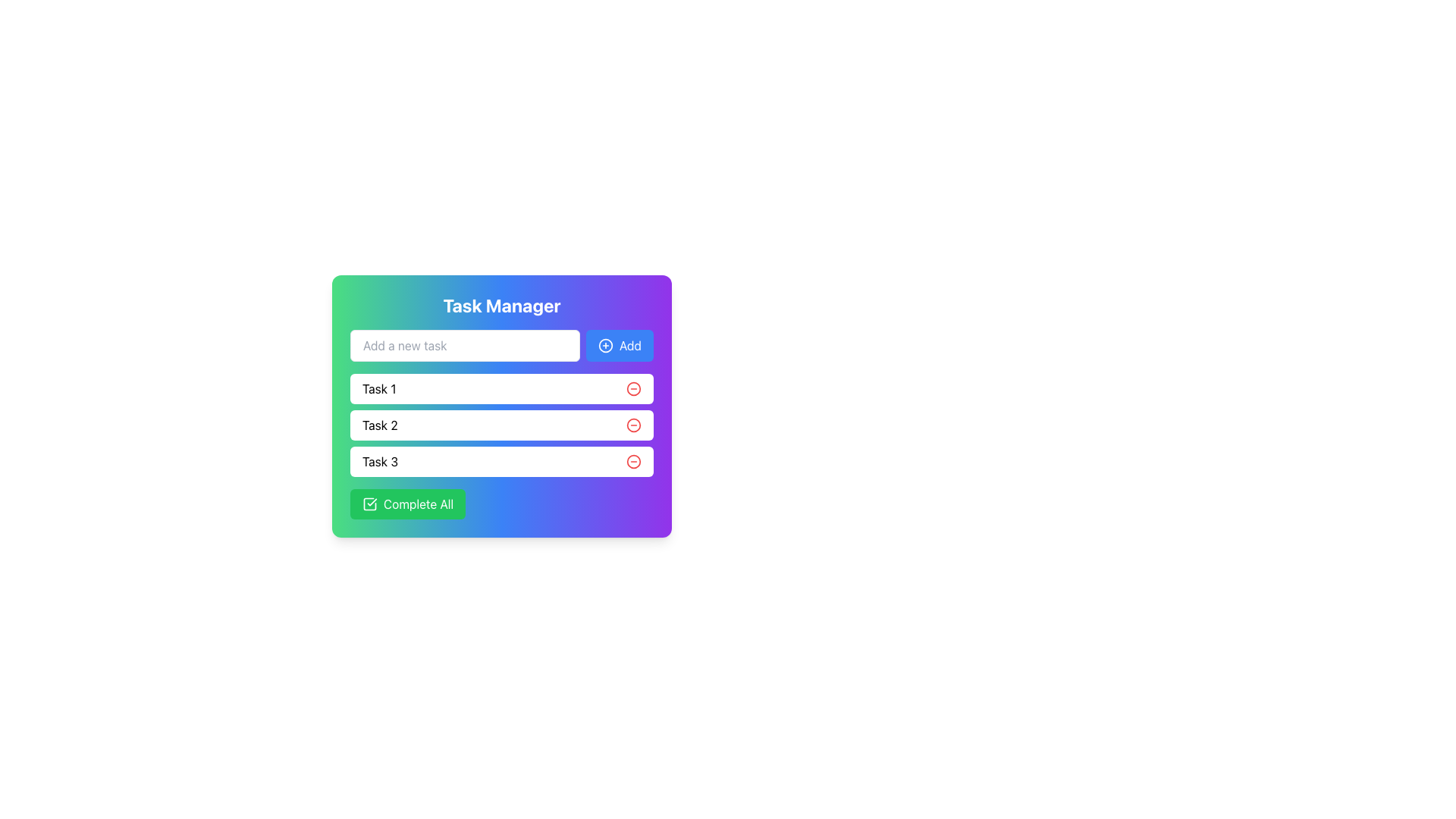 The image size is (1456, 819). What do you see at coordinates (408, 504) in the screenshot?
I see `the rectangular button labeled 'Complete All' with a green background and white text` at bounding box center [408, 504].